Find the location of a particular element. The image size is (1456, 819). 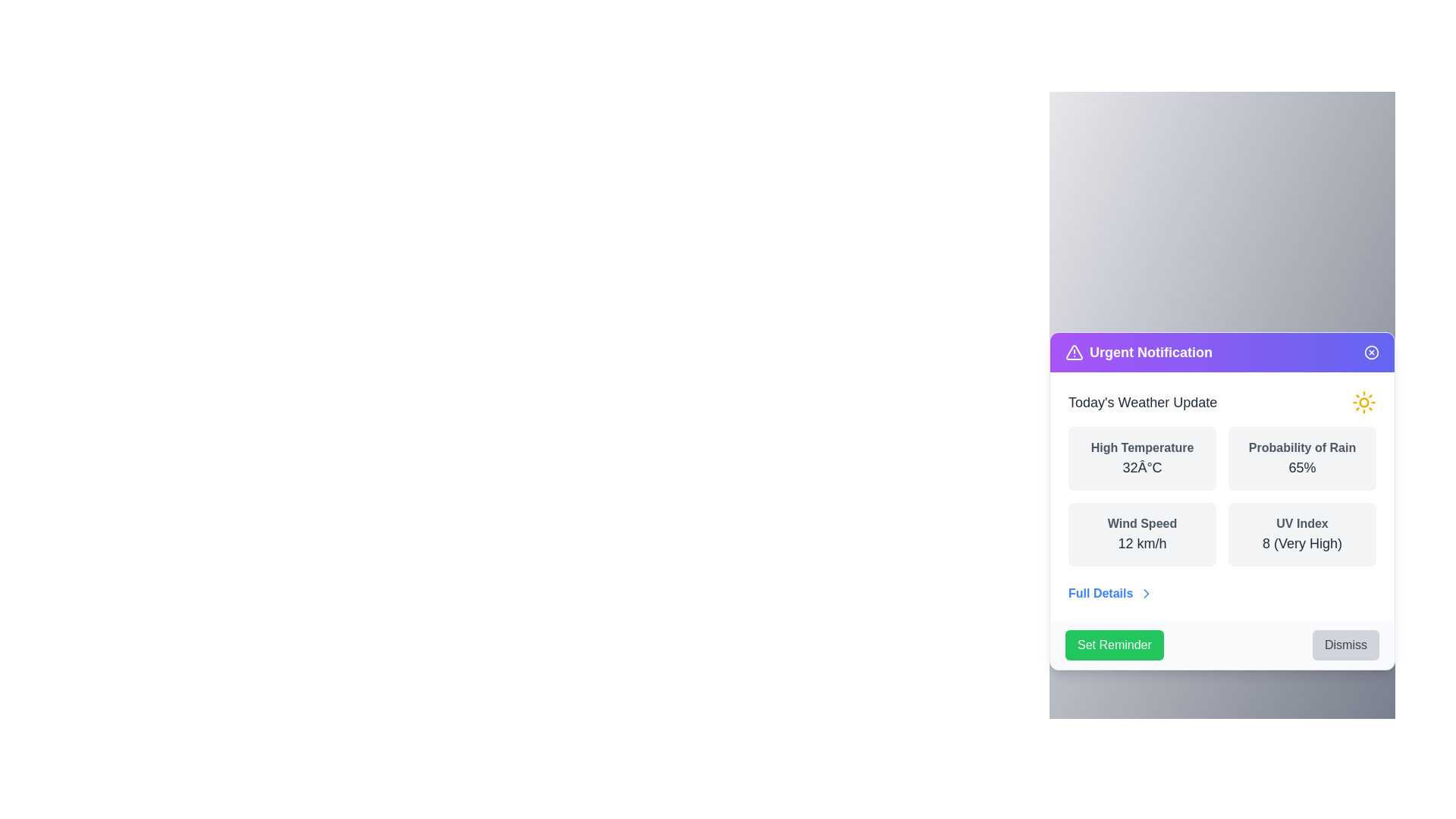

the notification text in the Notification header bar, which displays 'Urgent Notification' in bold white font is located at coordinates (1222, 353).